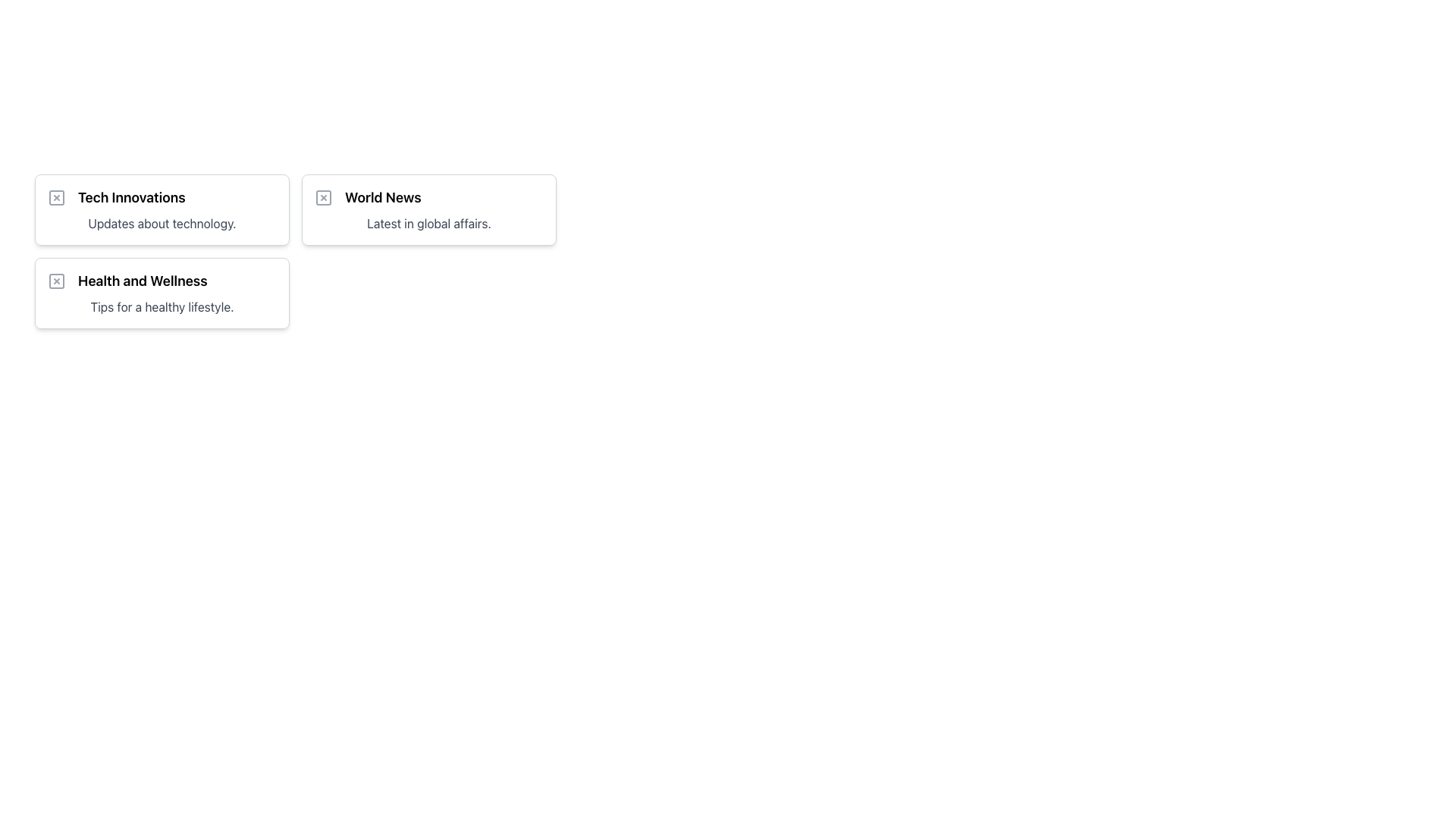  Describe the element at coordinates (57, 281) in the screenshot. I see `the gray button with a cross (X) symbol located to the left of the 'Health and Wellness' heading` at that location.